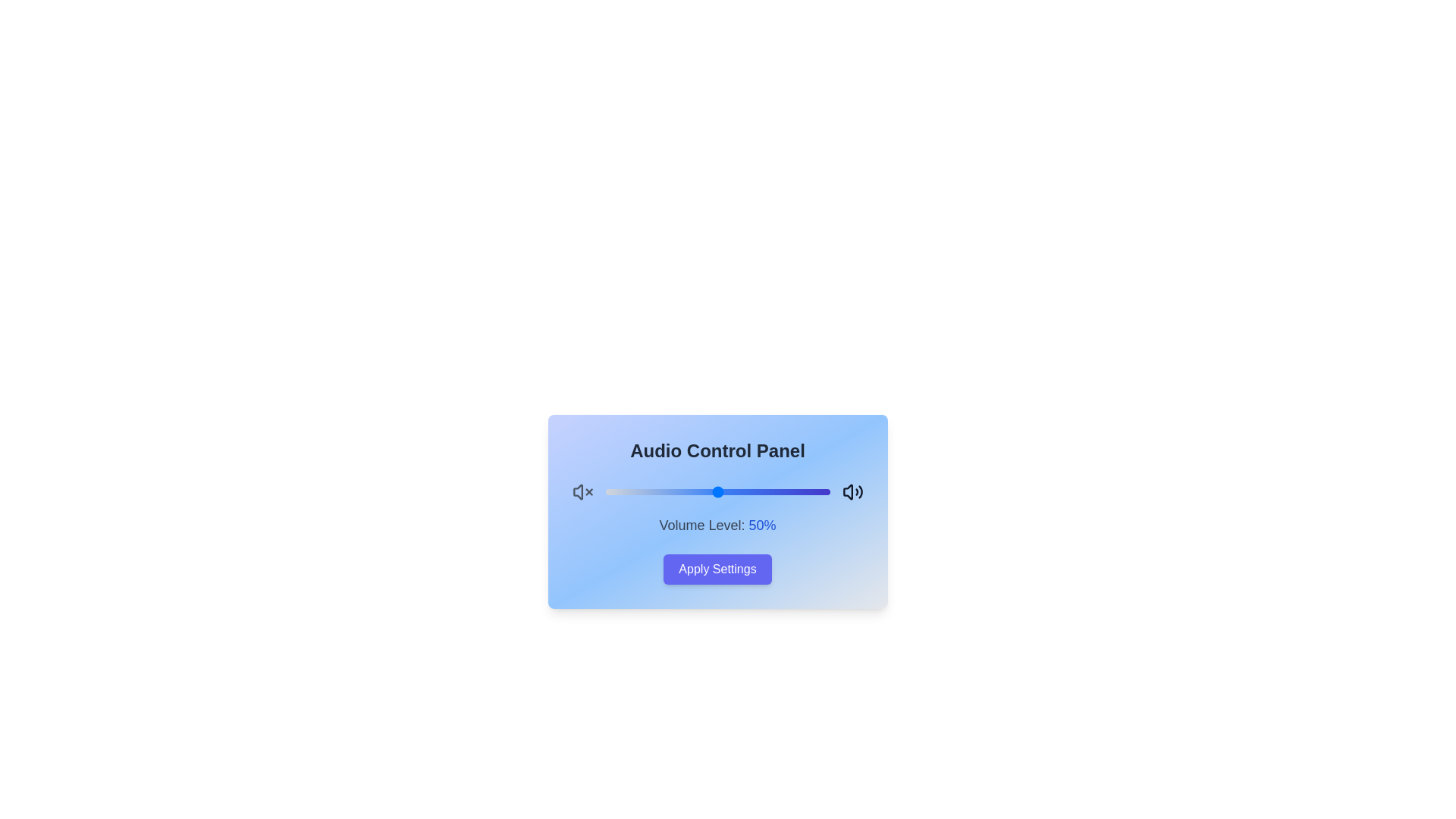 This screenshot has width=1456, height=819. I want to click on the volume slider to set the volume to 72%, so click(767, 491).